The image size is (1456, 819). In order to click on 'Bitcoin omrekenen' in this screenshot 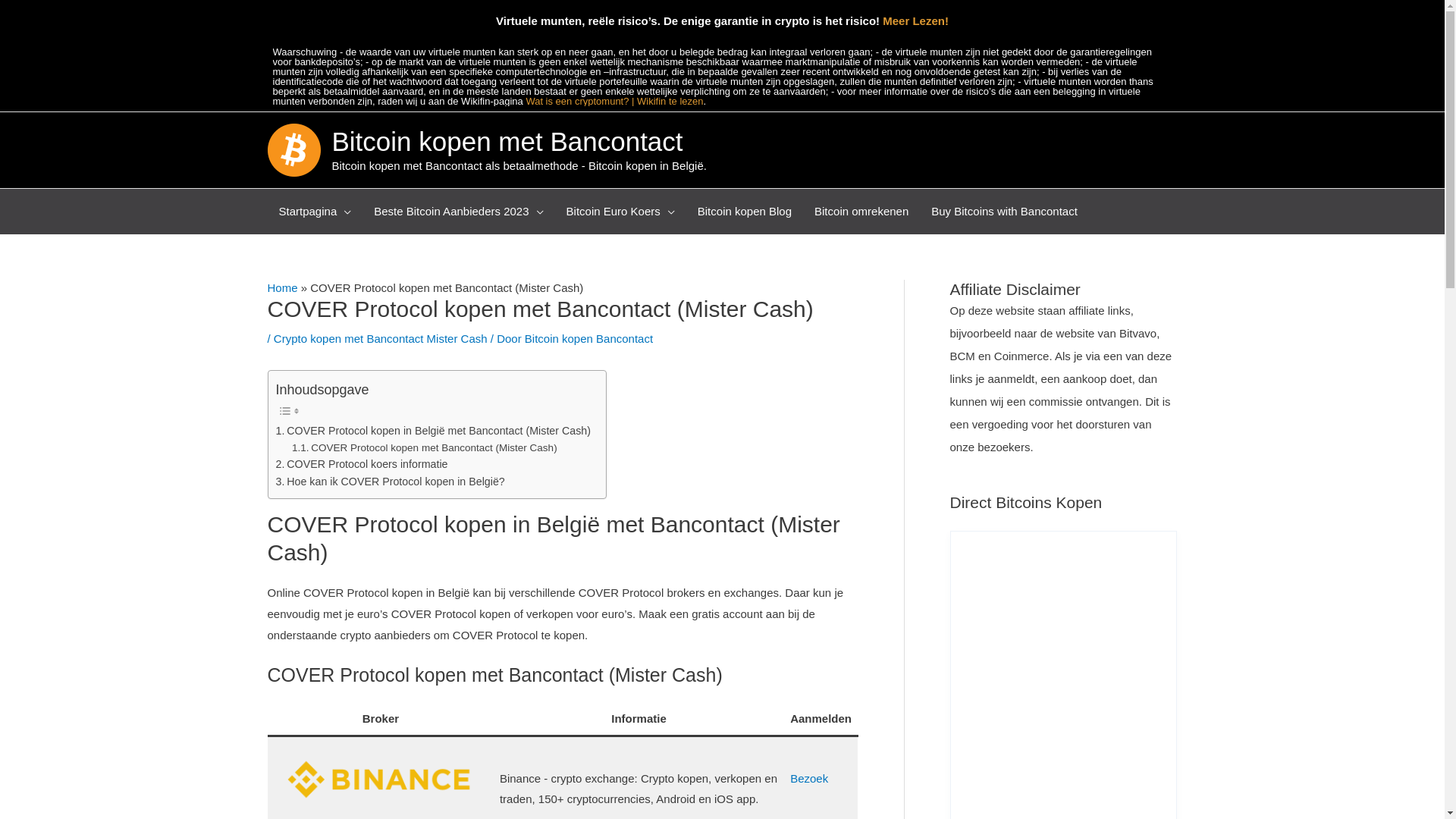, I will do `click(861, 211)`.